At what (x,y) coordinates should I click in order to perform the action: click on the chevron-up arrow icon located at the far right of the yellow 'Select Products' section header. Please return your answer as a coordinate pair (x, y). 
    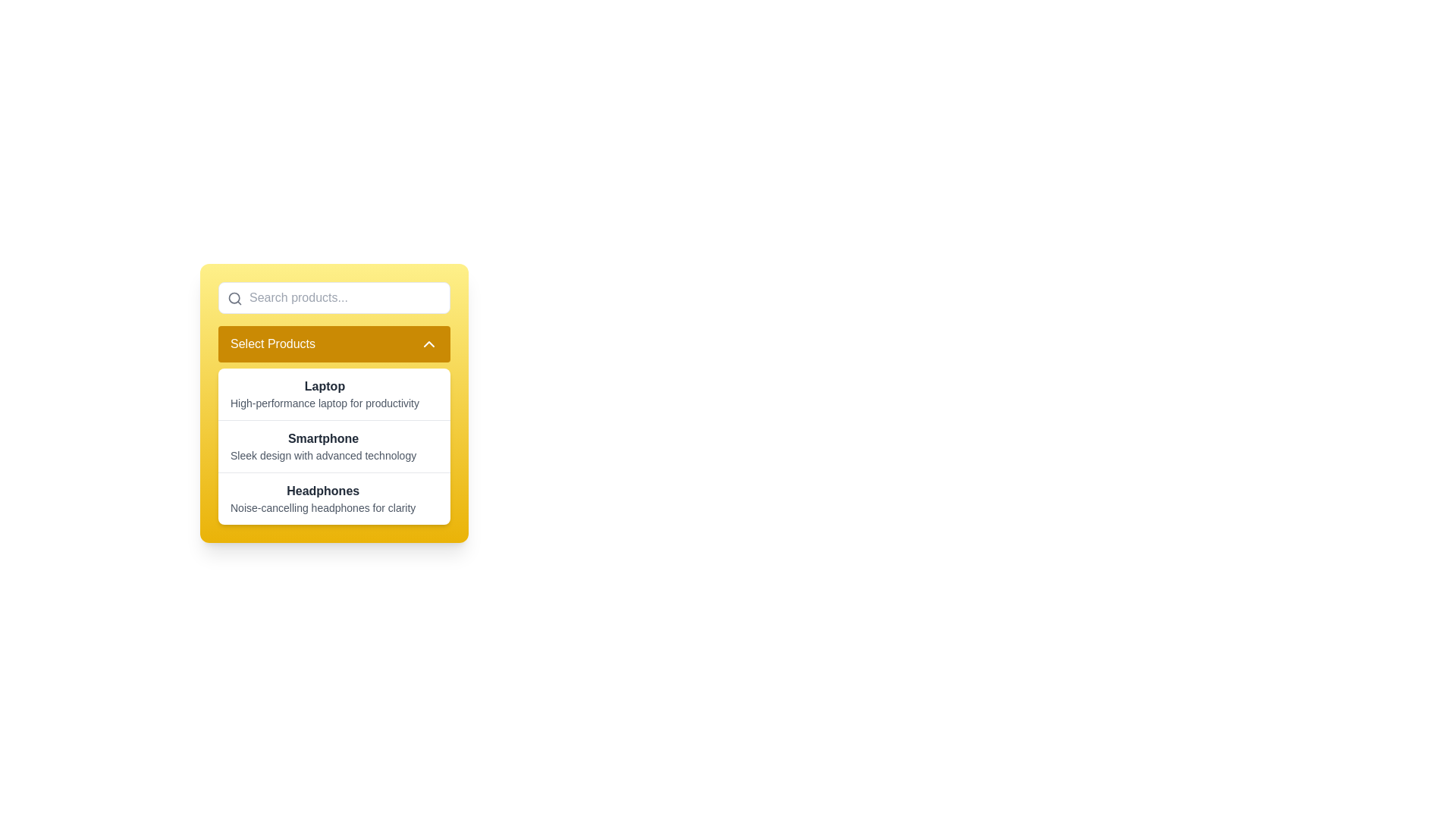
    Looking at the image, I should click on (428, 344).